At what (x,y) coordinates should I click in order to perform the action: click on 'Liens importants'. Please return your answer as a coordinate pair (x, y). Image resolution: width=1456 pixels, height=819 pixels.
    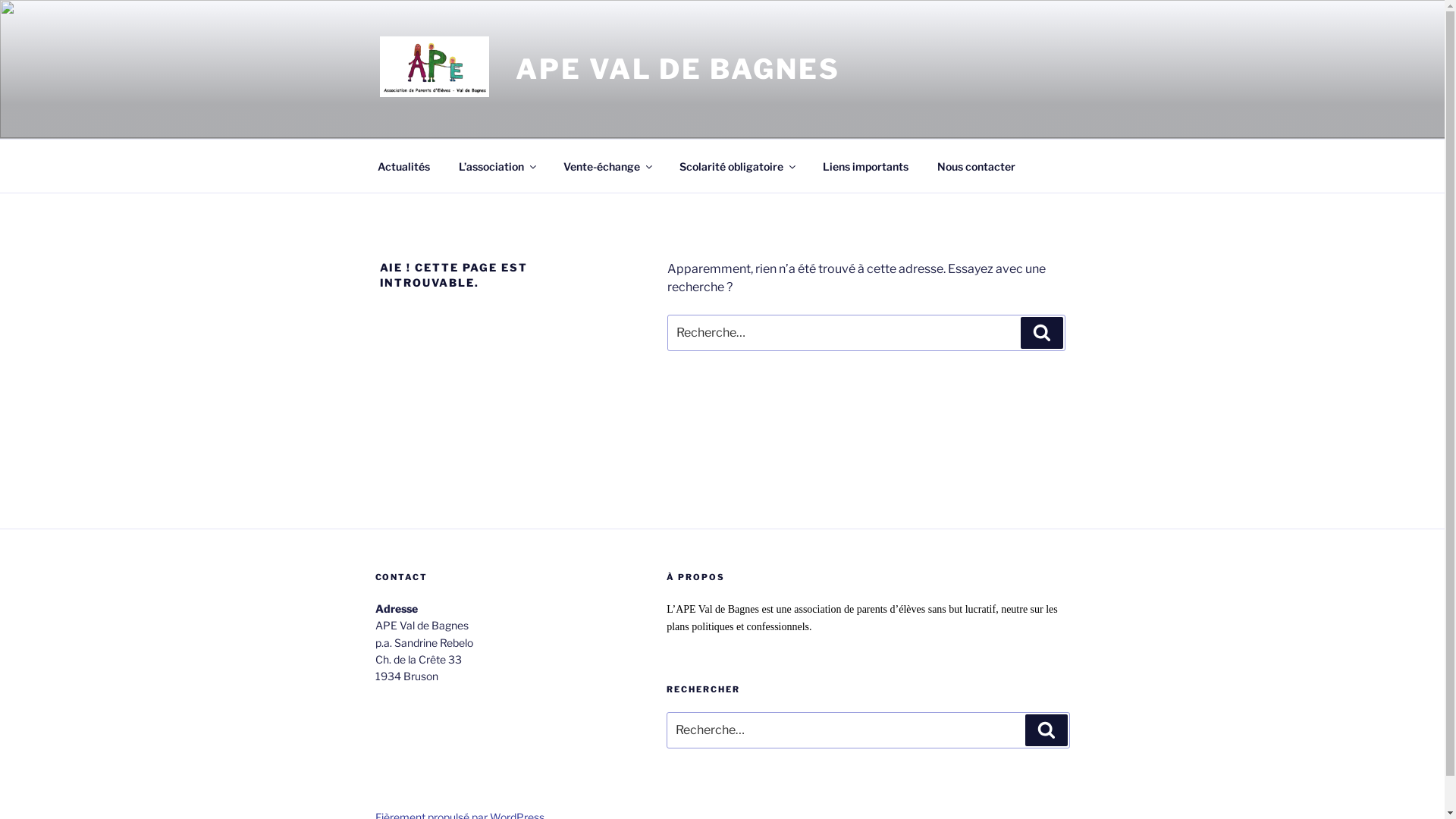
    Looking at the image, I should click on (866, 165).